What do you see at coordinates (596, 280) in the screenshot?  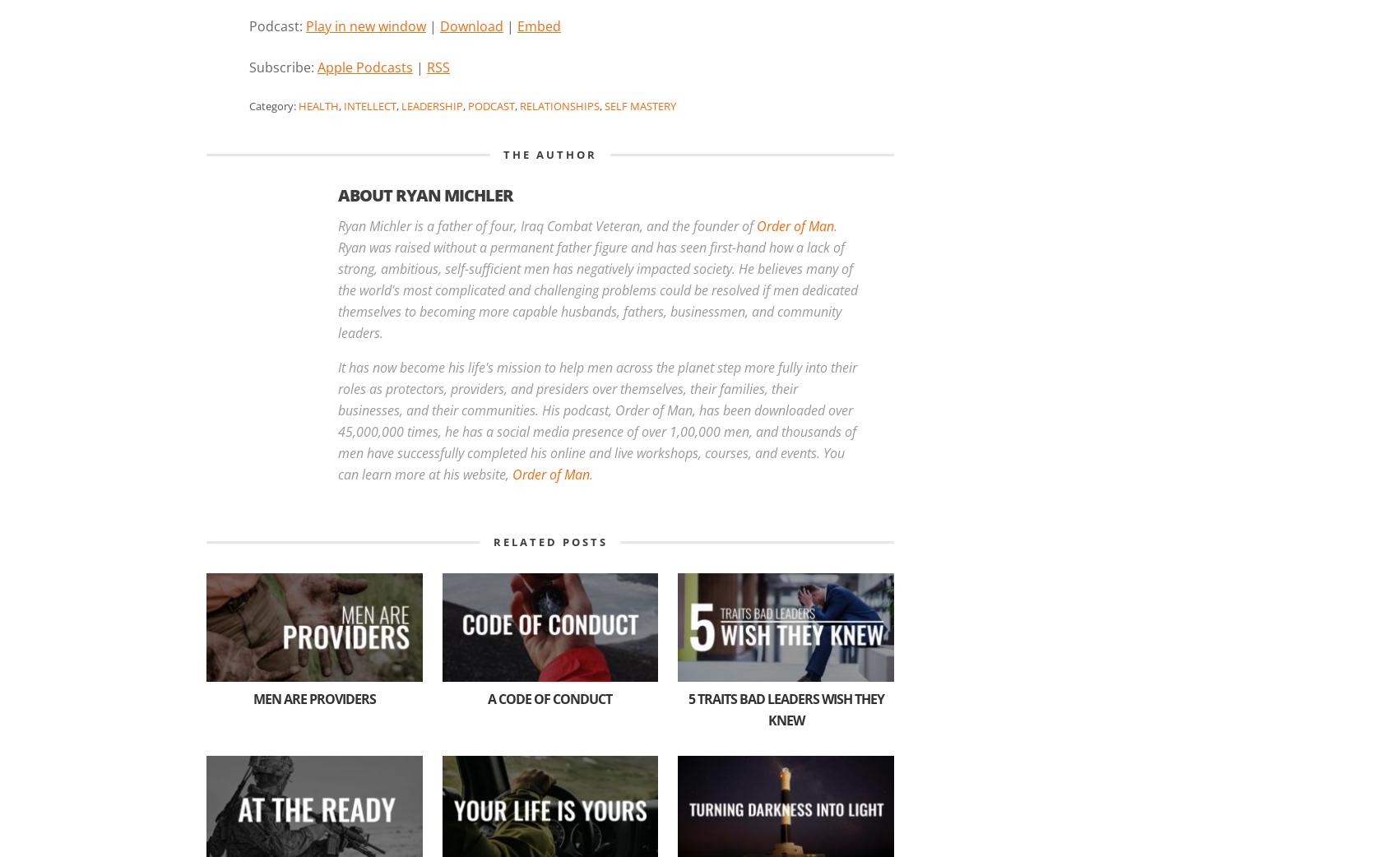 I see `'. Ryan was raised without a permanent father figure and has seen first-hand how a lack of strong, ambitious, self-sufficient men has negatively impacted society. He believes many of the world's most complicated and challenging problems could be resolved if men dedicated themselves to becoming more capable husbands, fathers, businessmen, and community leaders.'` at bounding box center [596, 280].